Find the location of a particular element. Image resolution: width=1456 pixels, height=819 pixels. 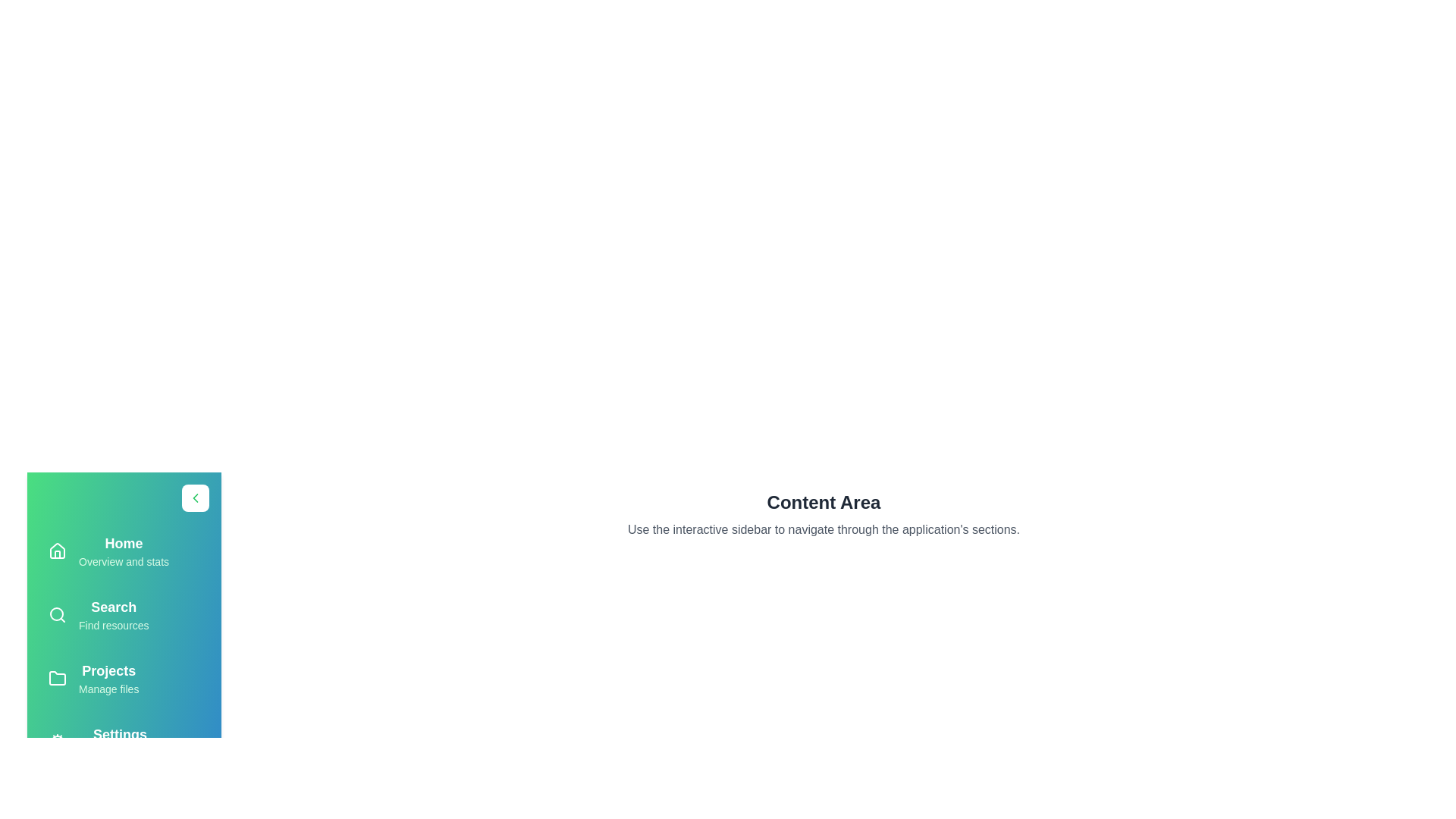

the menu item Settings to highlight it is located at coordinates (124, 742).